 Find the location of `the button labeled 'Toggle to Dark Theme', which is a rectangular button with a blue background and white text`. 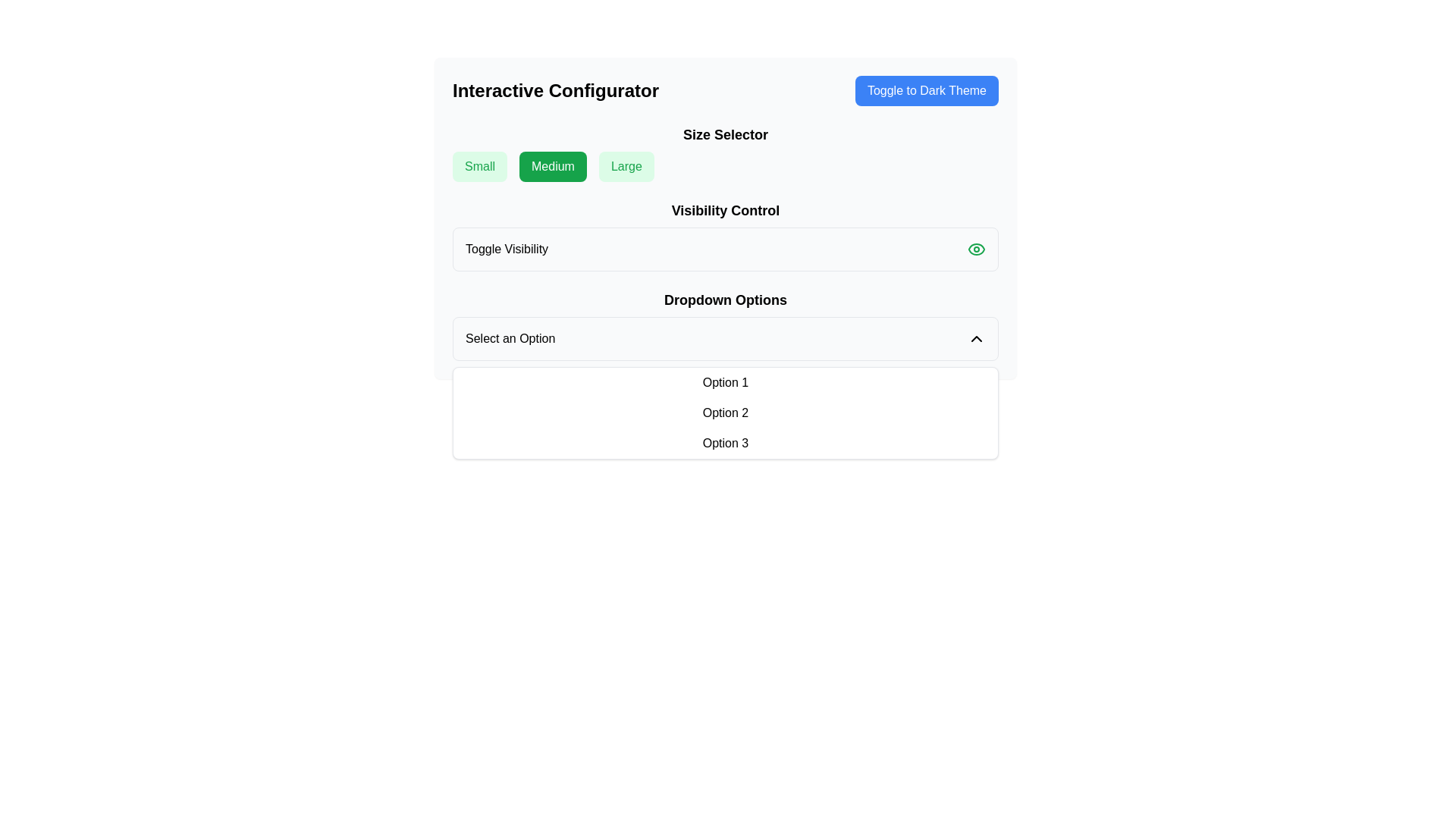

the button labeled 'Toggle to Dark Theme', which is a rectangular button with a blue background and white text is located at coordinates (926, 90).